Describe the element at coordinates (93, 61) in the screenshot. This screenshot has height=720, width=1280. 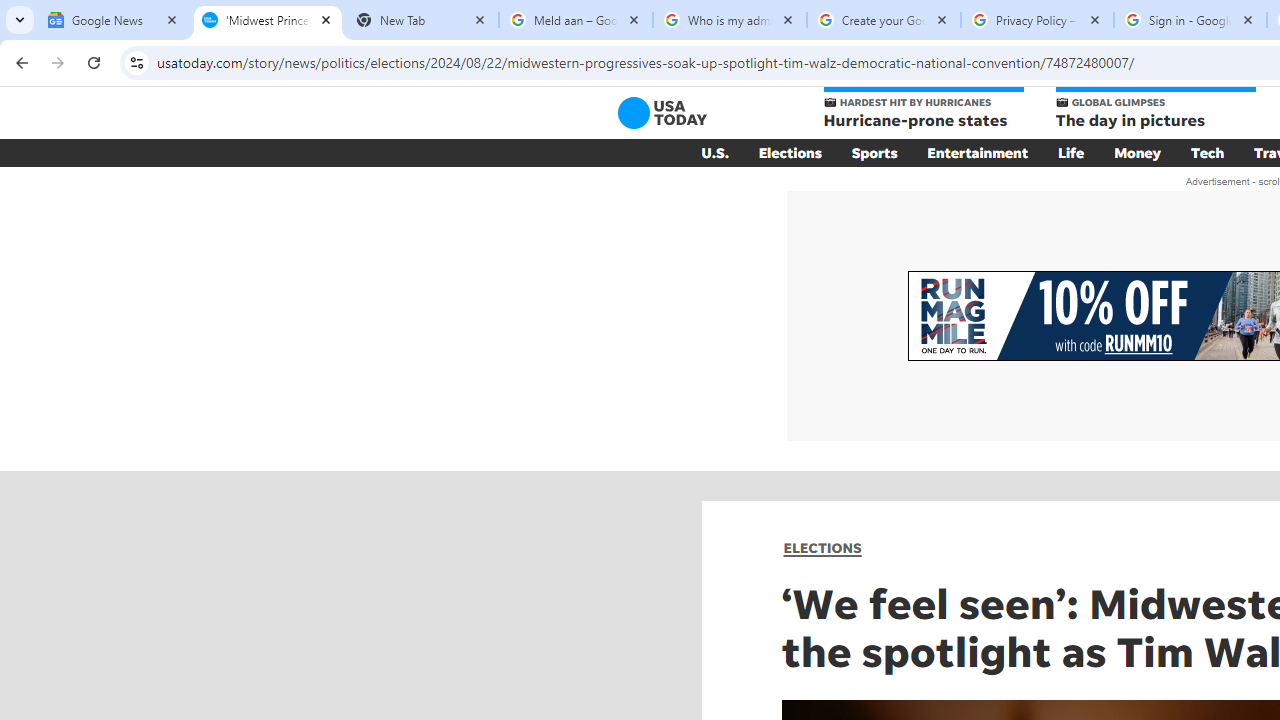
I see `'Reload'` at that location.